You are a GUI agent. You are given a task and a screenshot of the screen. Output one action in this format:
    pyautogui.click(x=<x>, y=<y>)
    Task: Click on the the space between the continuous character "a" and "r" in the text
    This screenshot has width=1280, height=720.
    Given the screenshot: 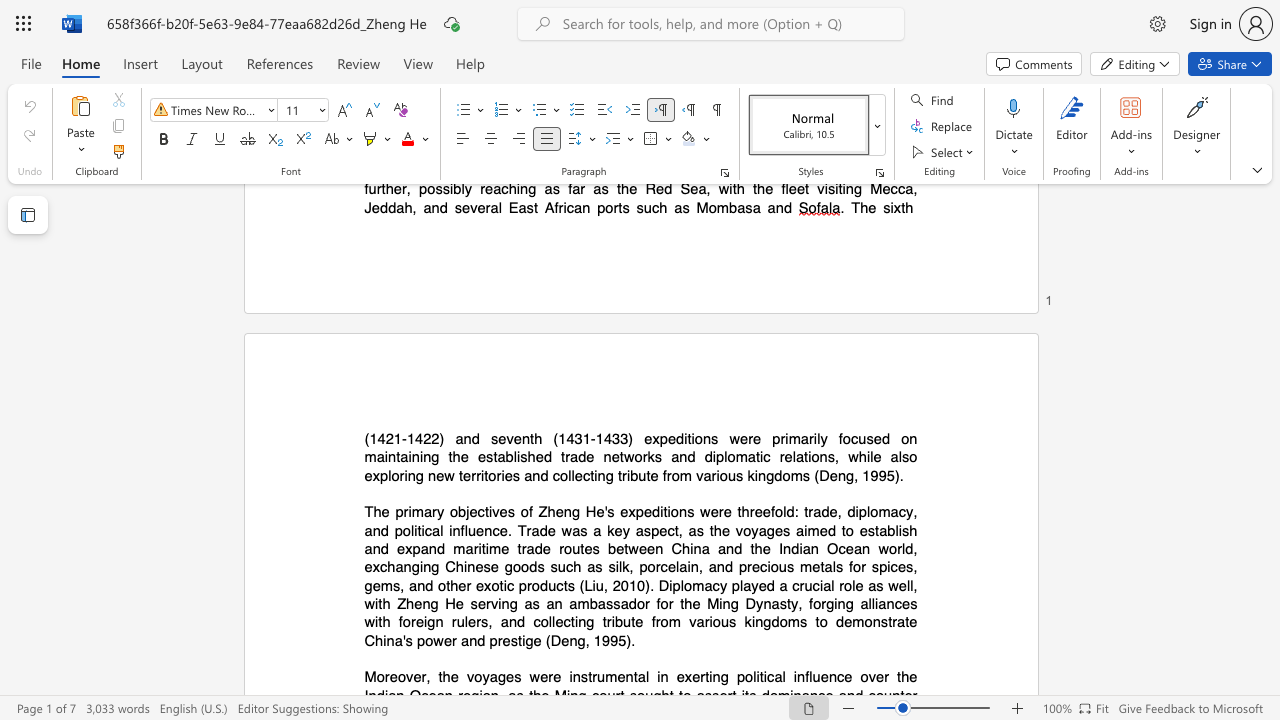 What is the action you would take?
    pyautogui.click(x=430, y=511)
    